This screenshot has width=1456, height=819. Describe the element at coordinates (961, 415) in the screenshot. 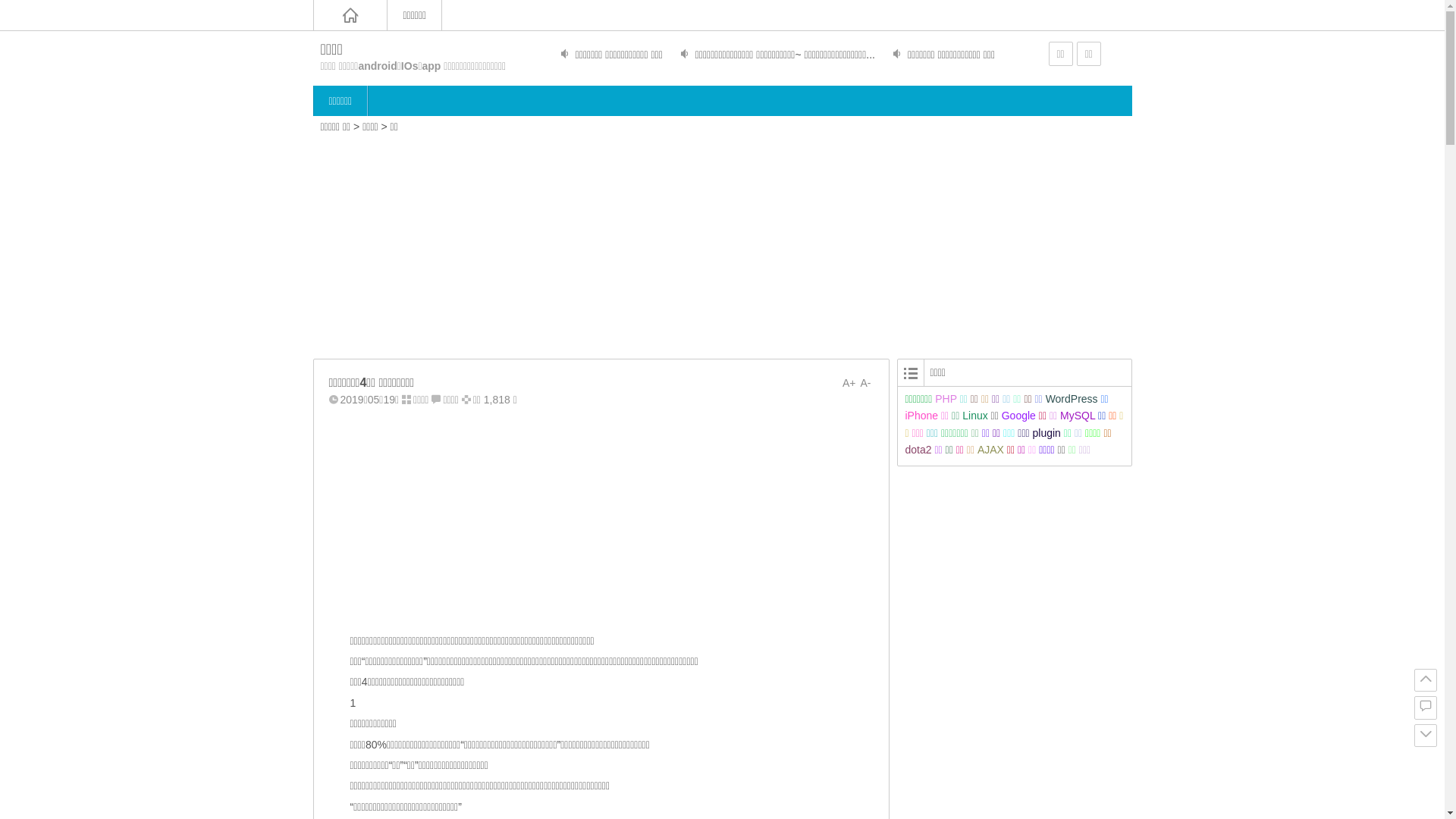

I see `'Linux'` at that location.